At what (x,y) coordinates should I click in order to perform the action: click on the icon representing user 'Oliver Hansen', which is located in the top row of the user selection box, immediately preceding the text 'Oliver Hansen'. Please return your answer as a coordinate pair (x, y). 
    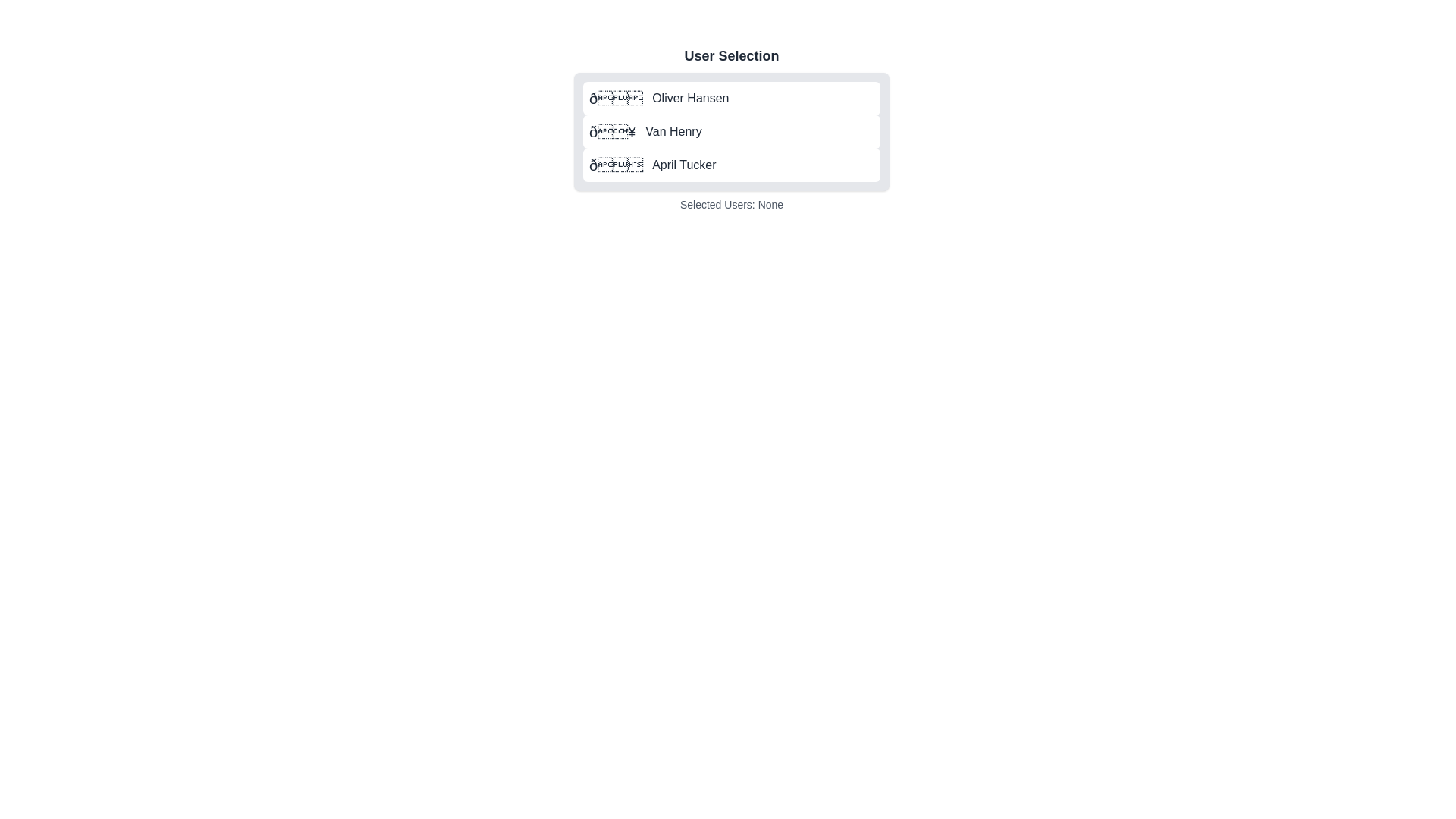
    Looking at the image, I should click on (616, 99).